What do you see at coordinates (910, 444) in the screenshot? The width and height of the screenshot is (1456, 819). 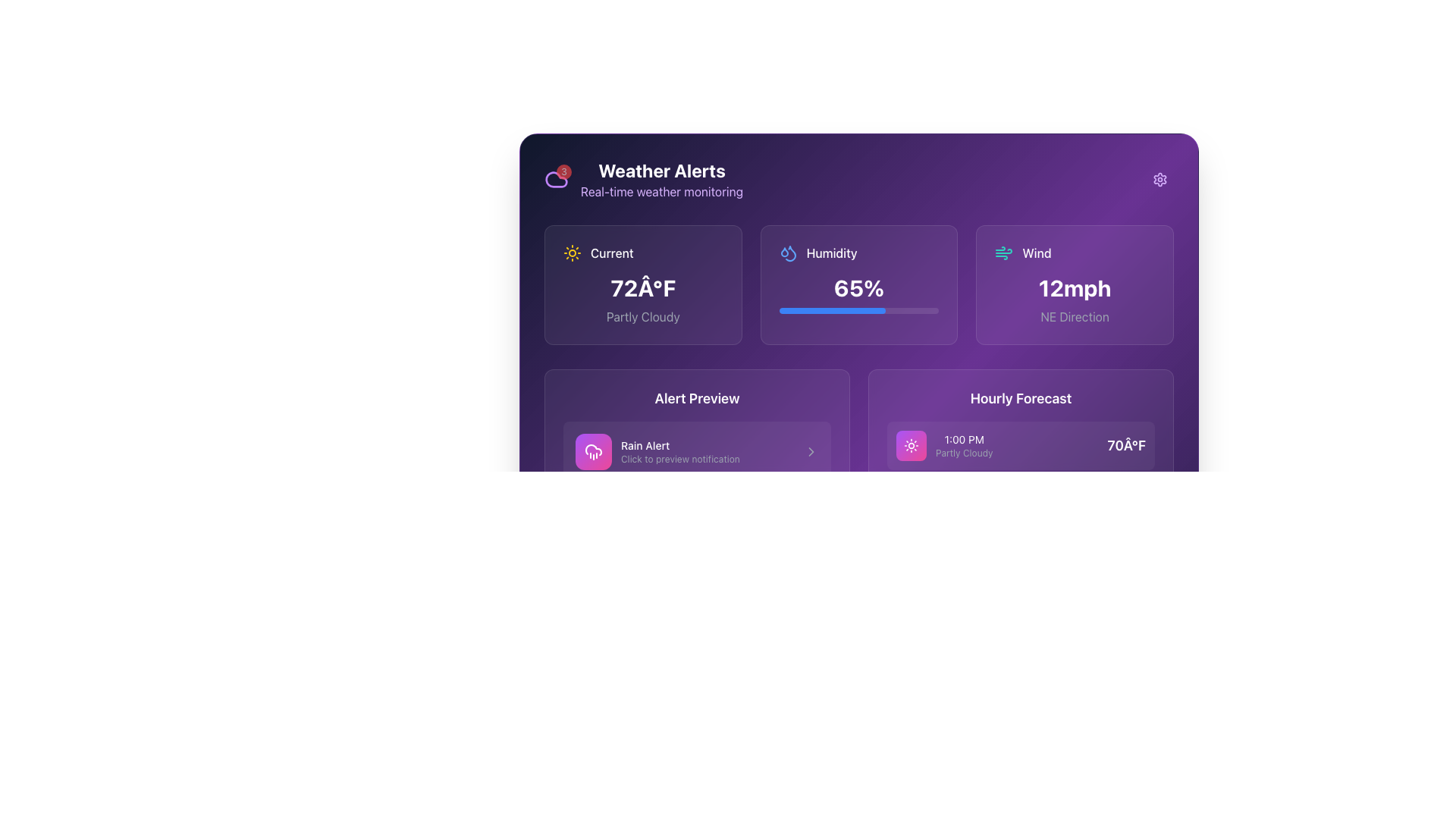 I see `the square gradient-colored icon with a sun illustration located next to the '1:00 PM Partly Cloudy' text in the 'Hourly Forecast' section` at bounding box center [910, 444].